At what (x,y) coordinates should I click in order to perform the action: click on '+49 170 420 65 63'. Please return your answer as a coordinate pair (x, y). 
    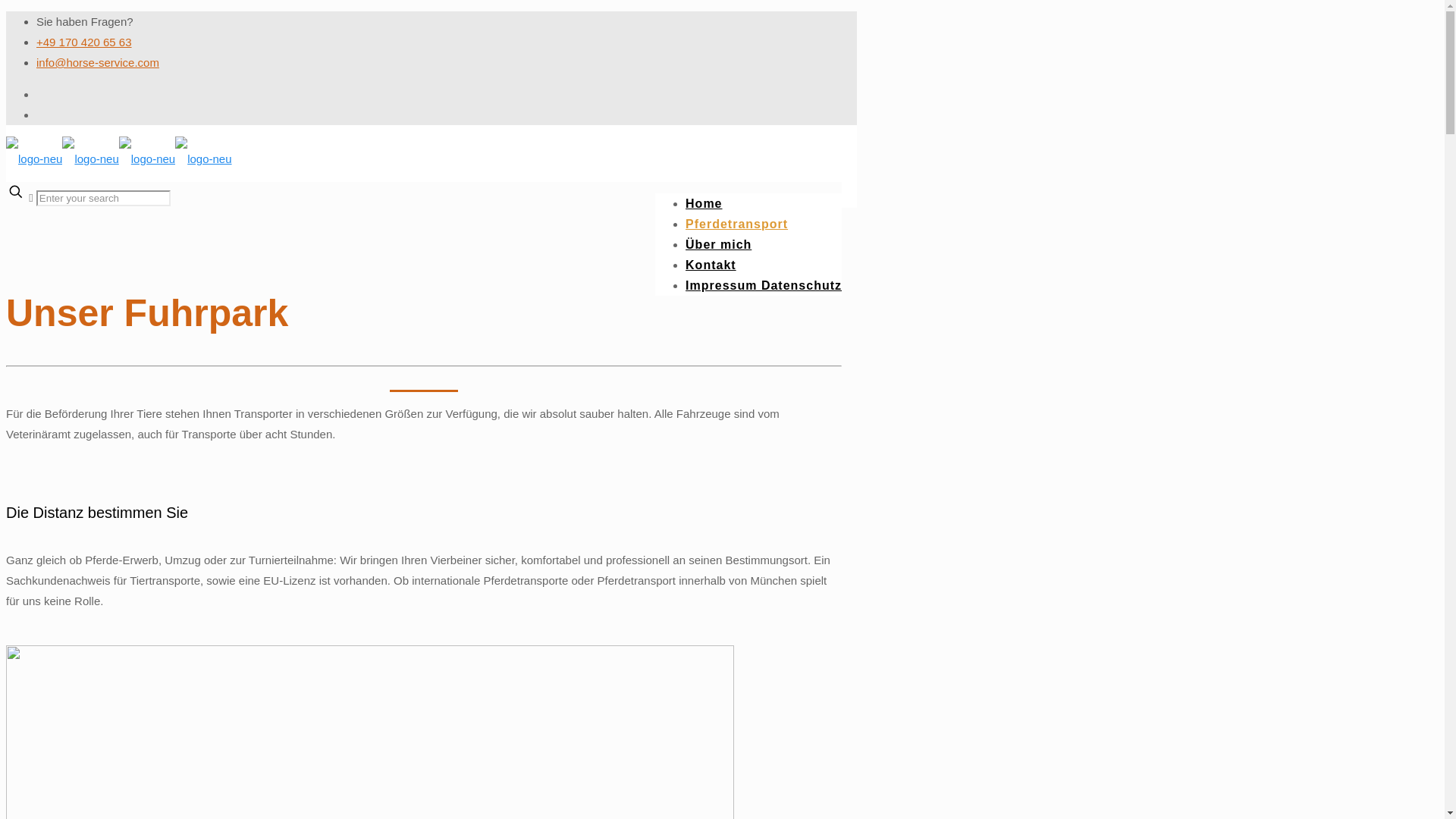
    Looking at the image, I should click on (83, 41).